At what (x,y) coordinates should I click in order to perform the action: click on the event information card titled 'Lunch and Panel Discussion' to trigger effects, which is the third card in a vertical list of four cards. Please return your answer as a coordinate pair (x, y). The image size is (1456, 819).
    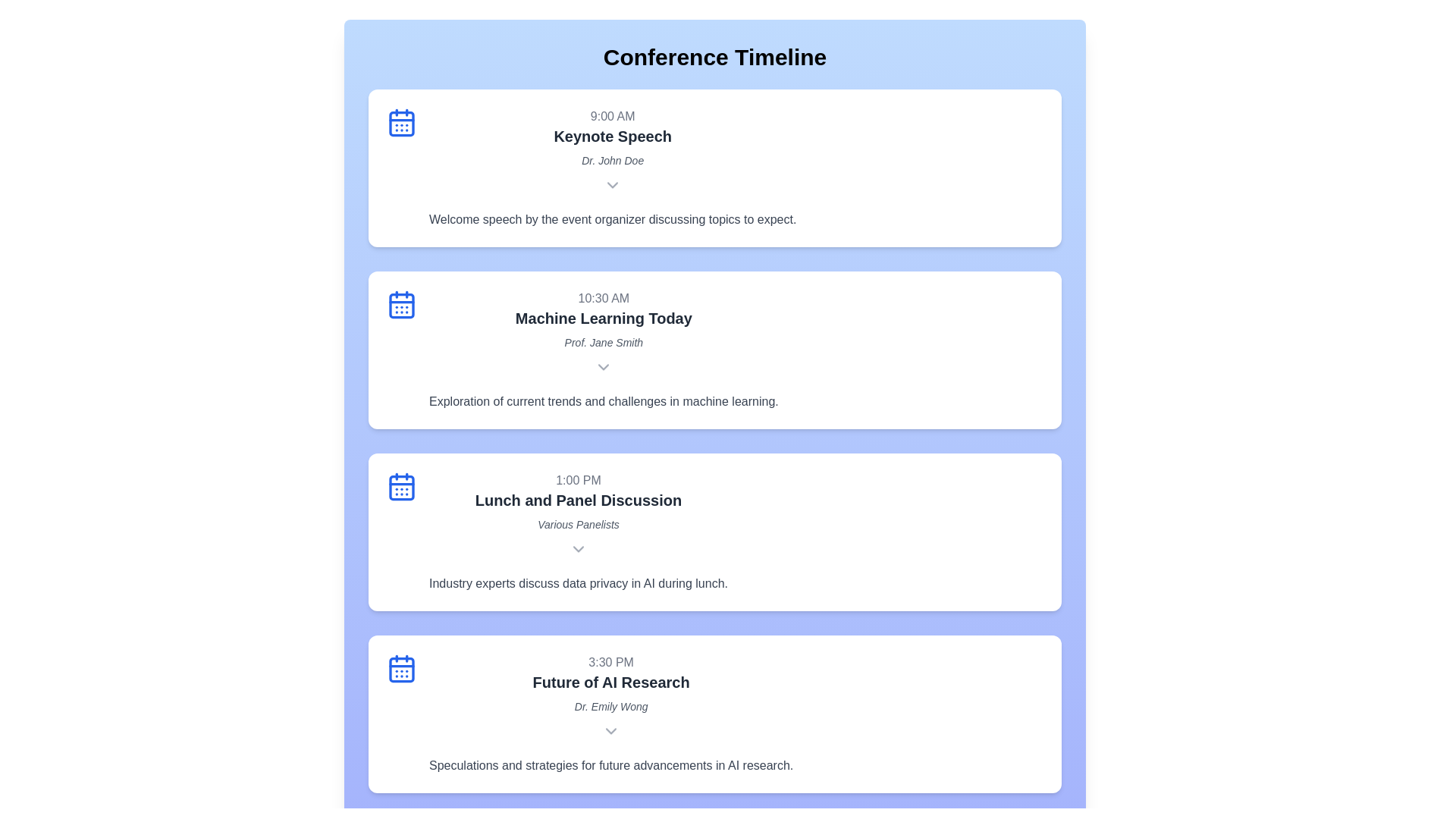
    Looking at the image, I should click on (714, 532).